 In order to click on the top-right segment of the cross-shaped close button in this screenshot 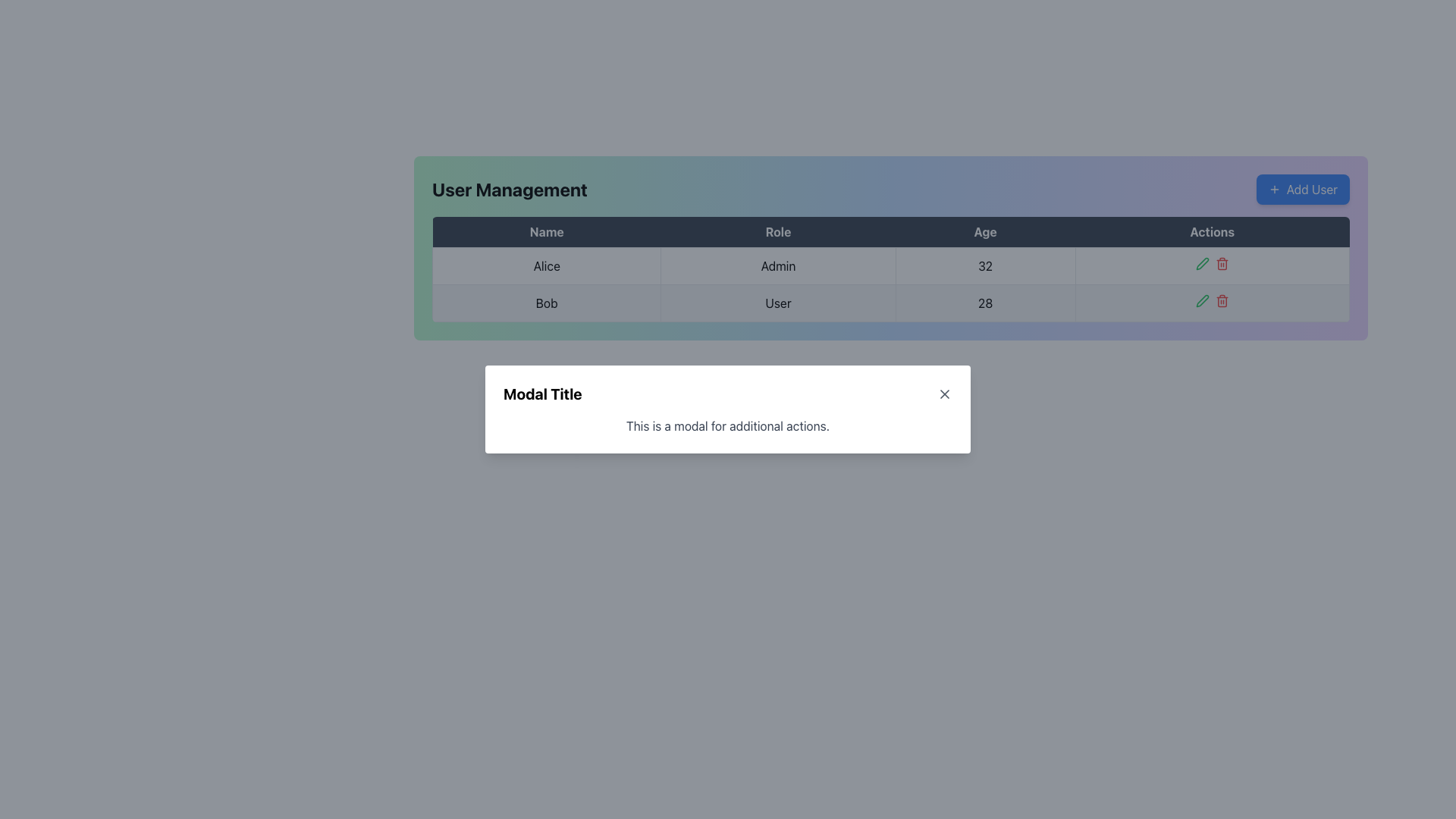, I will do `click(943, 394)`.